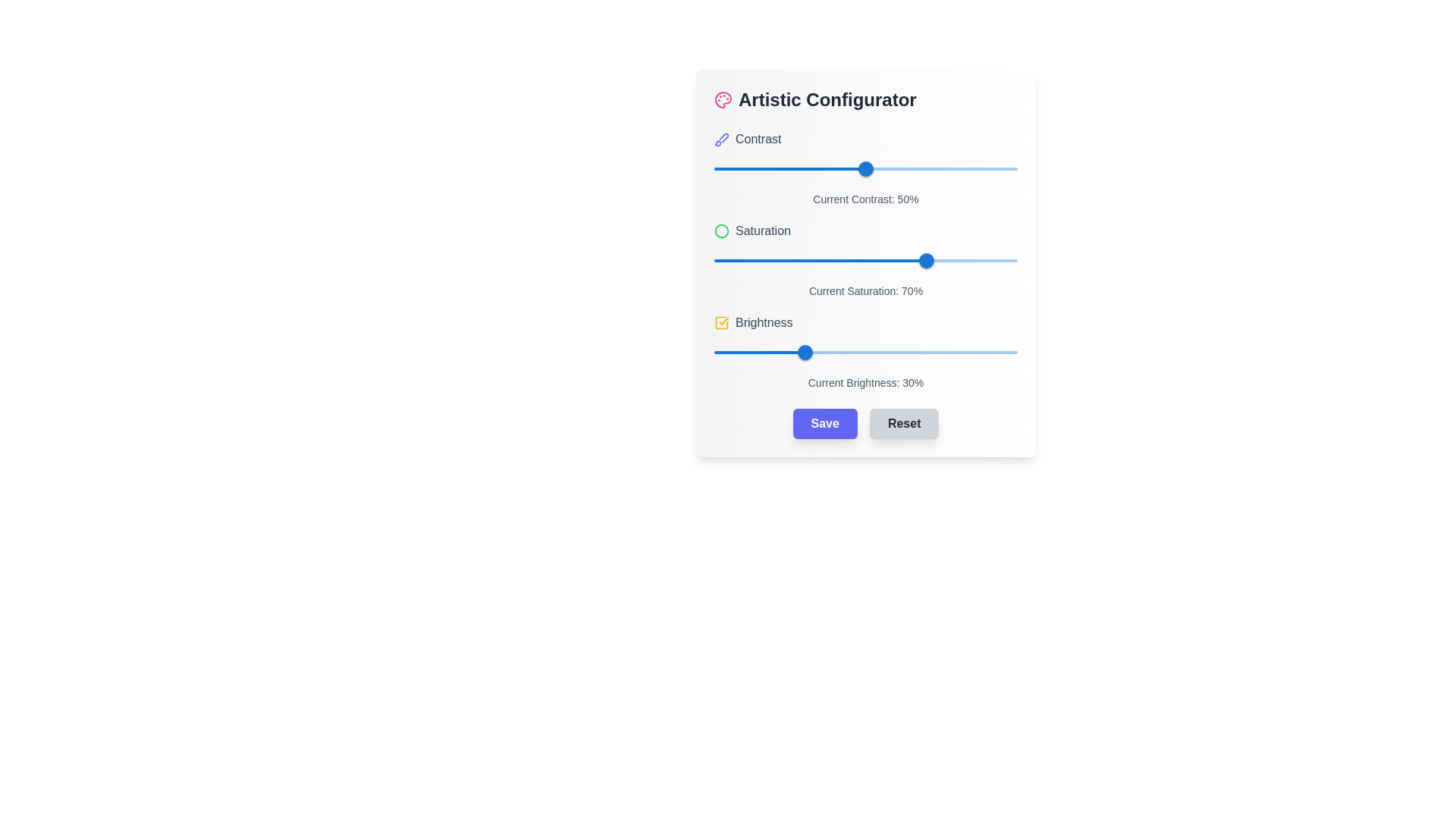  Describe the element at coordinates (866, 140) in the screenshot. I see `the label indicating the contrast setting, which is positioned above the slider and displays the text 'Current Contrast: 50%'` at that location.